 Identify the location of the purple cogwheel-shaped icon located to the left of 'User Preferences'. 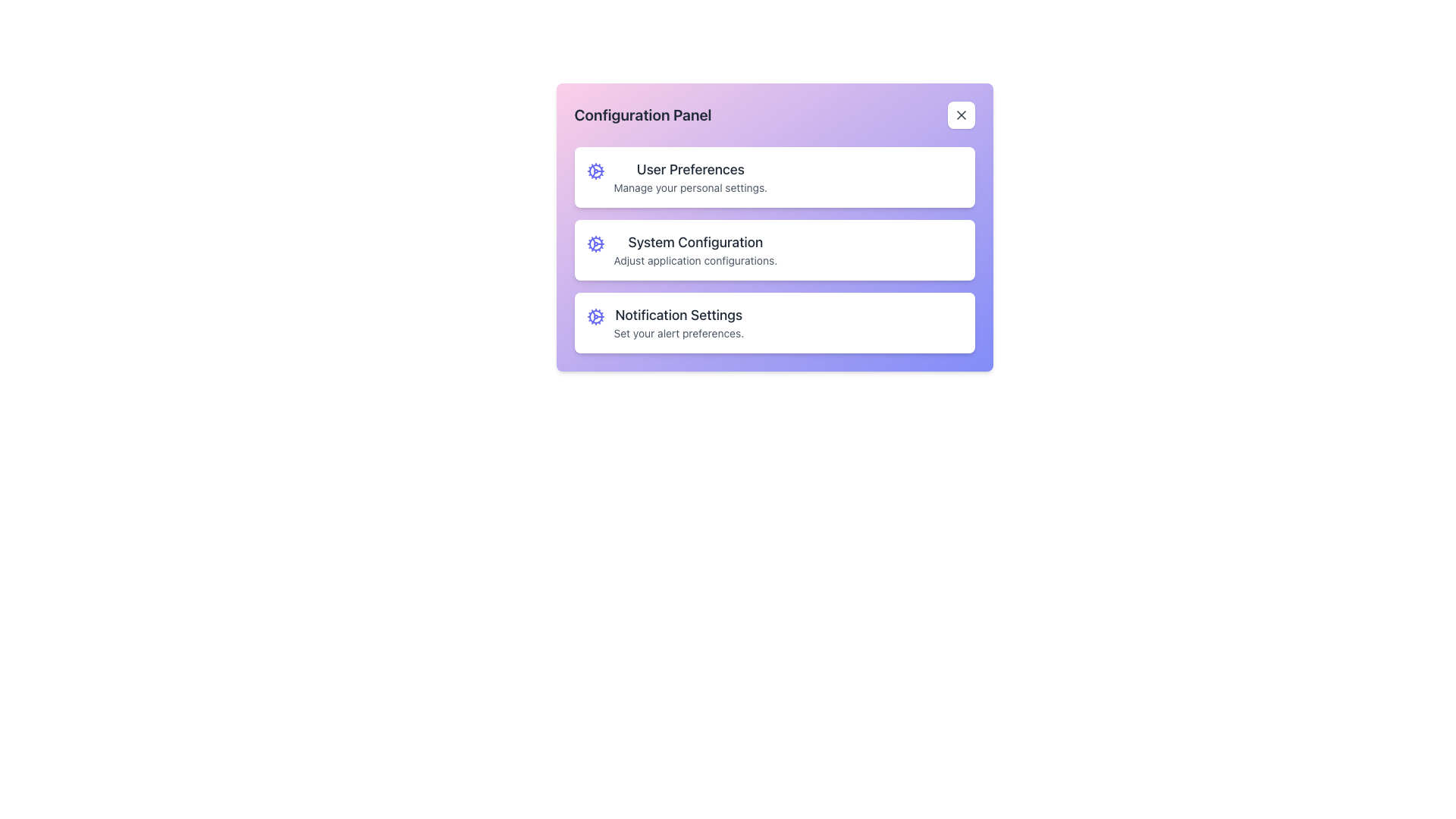
(595, 171).